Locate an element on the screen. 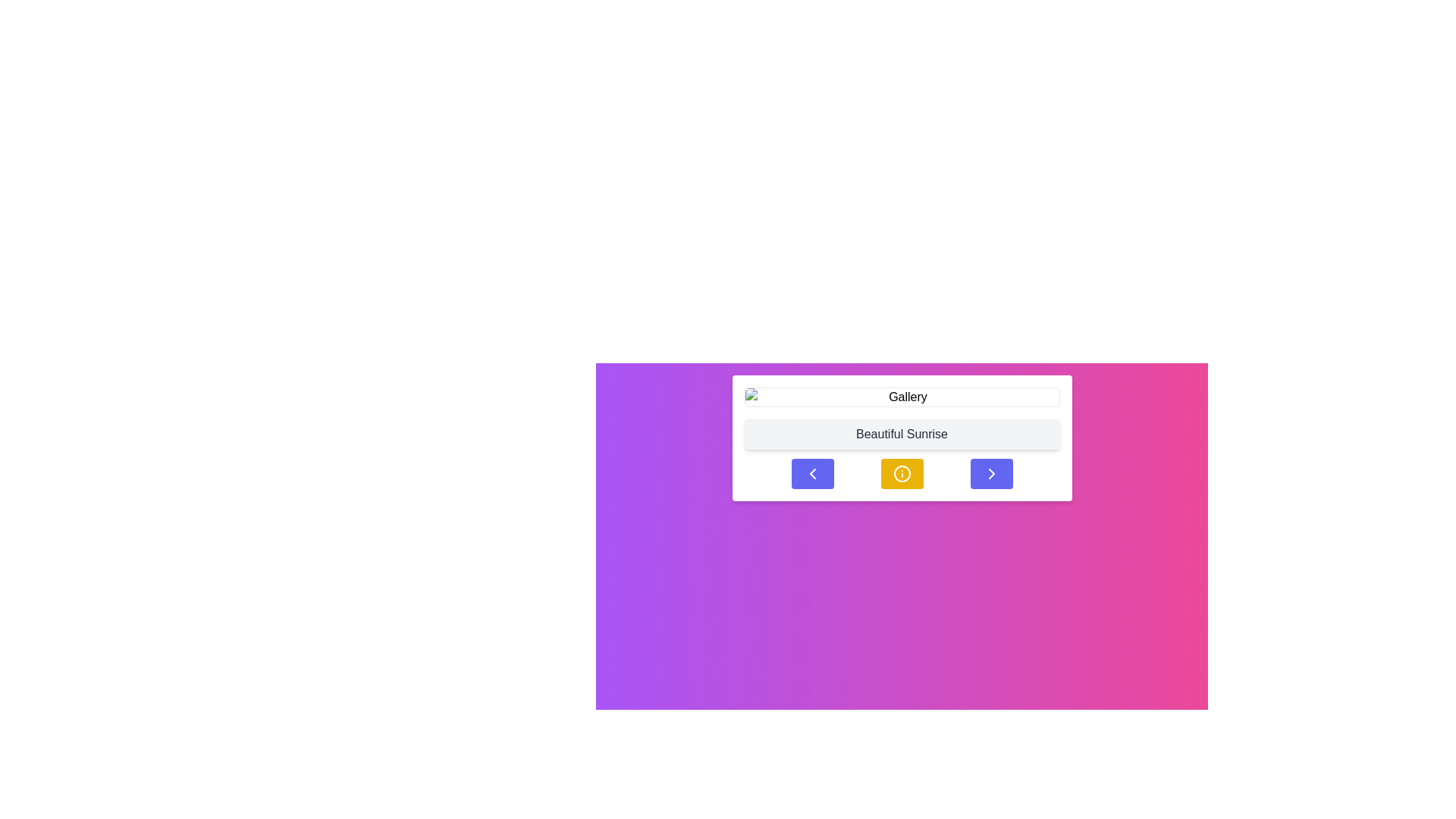  the yellow button with white text and an 'info' icon located at the center of the bottom button group in the card-like UI component to highlight it is located at coordinates (902, 472).